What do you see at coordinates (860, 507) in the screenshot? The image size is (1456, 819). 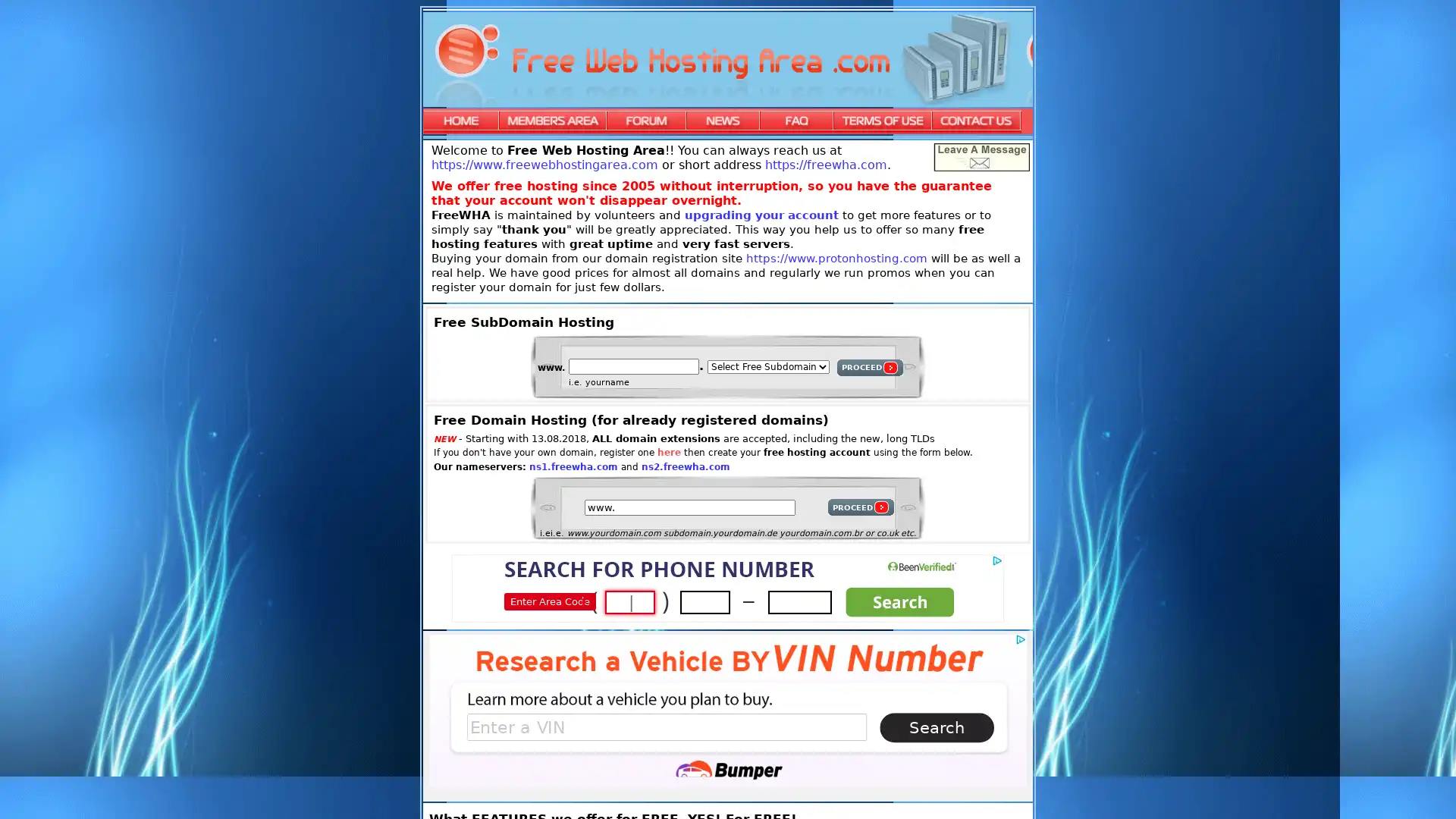 I see `PROCEED` at bounding box center [860, 507].